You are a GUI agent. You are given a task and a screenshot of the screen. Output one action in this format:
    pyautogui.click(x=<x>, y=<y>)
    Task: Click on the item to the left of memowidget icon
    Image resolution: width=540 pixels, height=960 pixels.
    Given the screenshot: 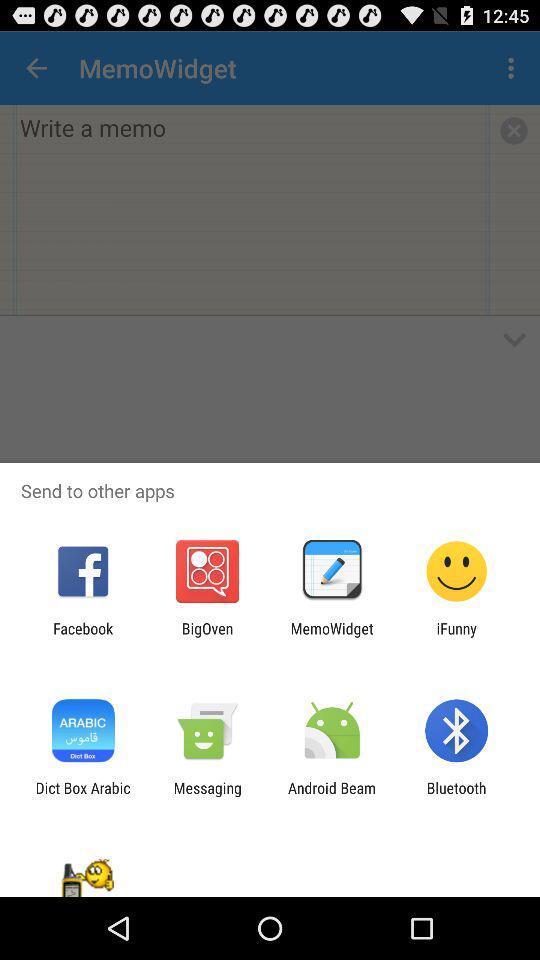 What is the action you would take?
    pyautogui.click(x=206, y=636)
    